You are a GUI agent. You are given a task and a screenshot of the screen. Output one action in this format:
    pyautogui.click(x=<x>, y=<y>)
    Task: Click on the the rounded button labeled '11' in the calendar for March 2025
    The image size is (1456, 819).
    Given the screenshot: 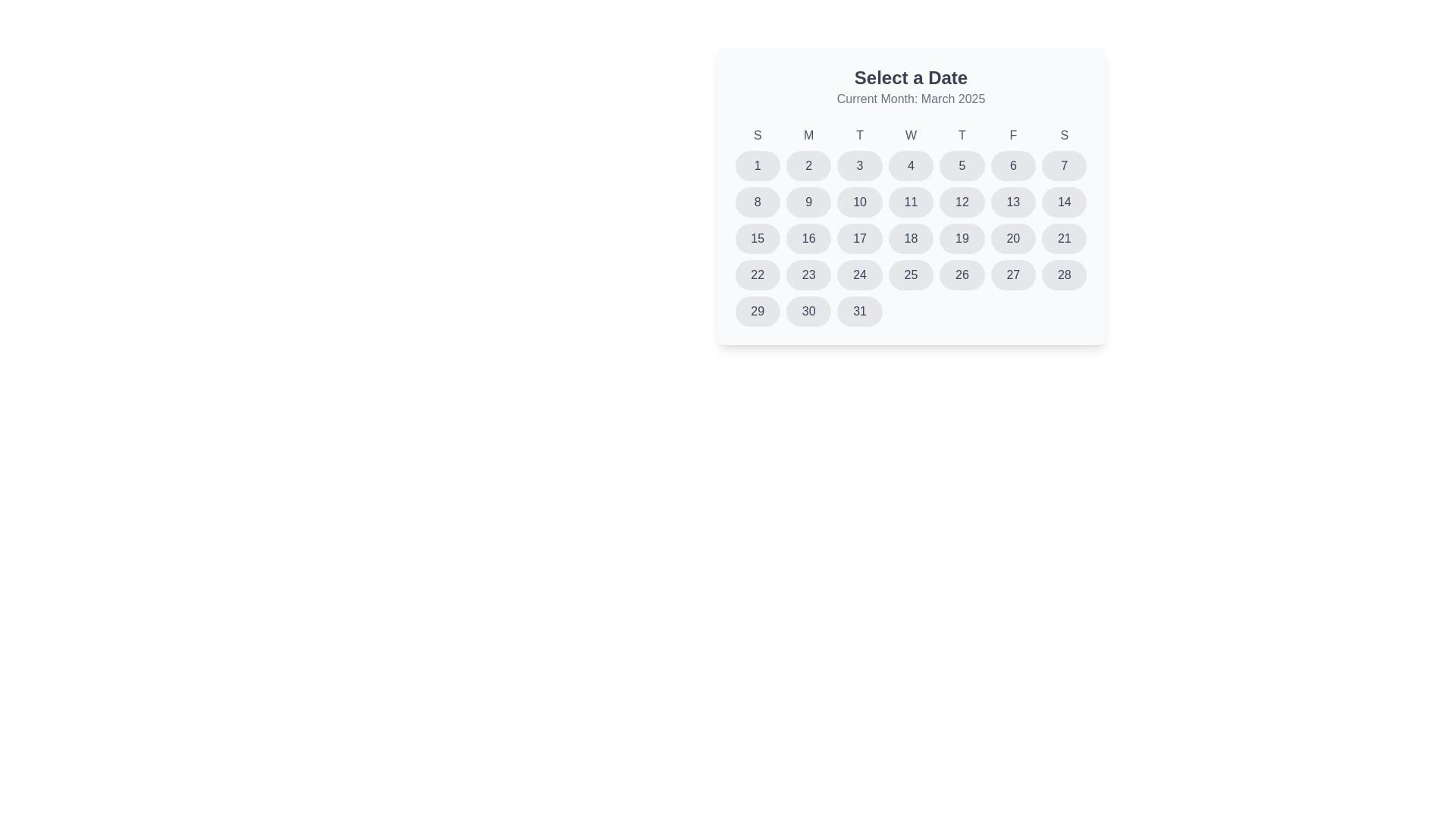 What is the action you would take?
    pyautogui.click(x=910, y=201)
    